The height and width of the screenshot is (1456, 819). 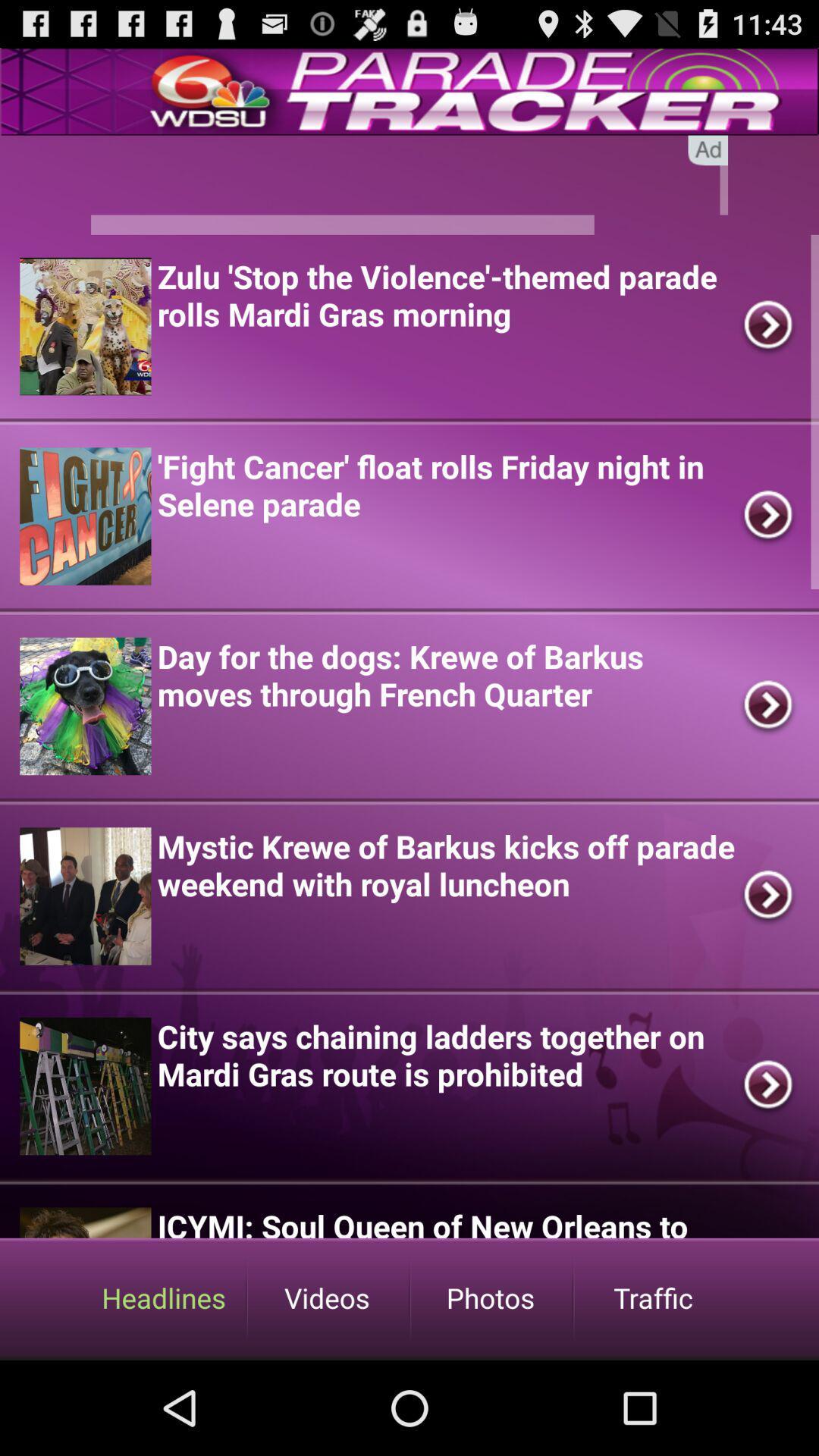 I want to click on the 1st image, so click(x=85, y=325).